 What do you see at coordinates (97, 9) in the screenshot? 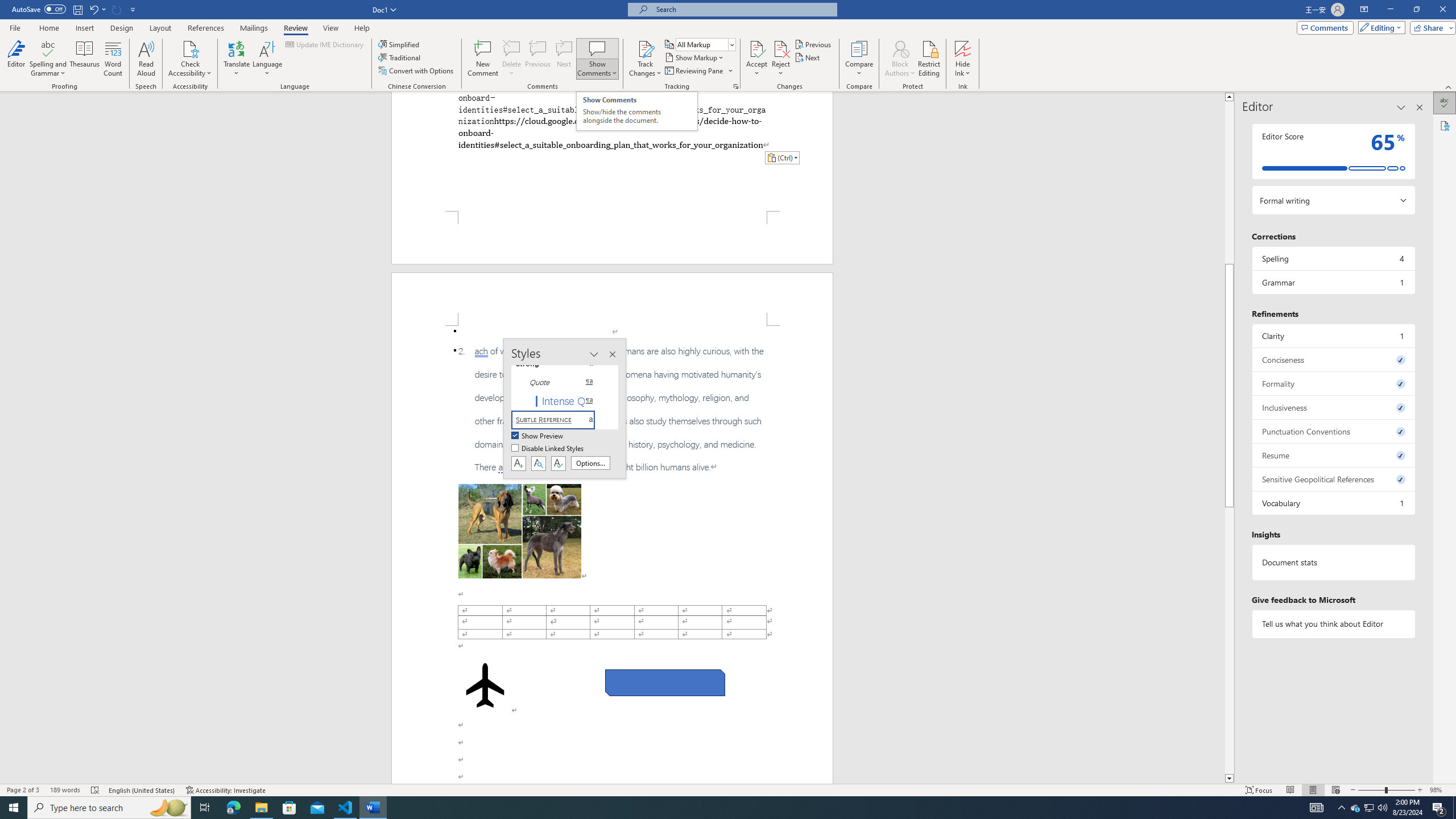
I see `'Undo Paste'` at bounding box center [97, 9].